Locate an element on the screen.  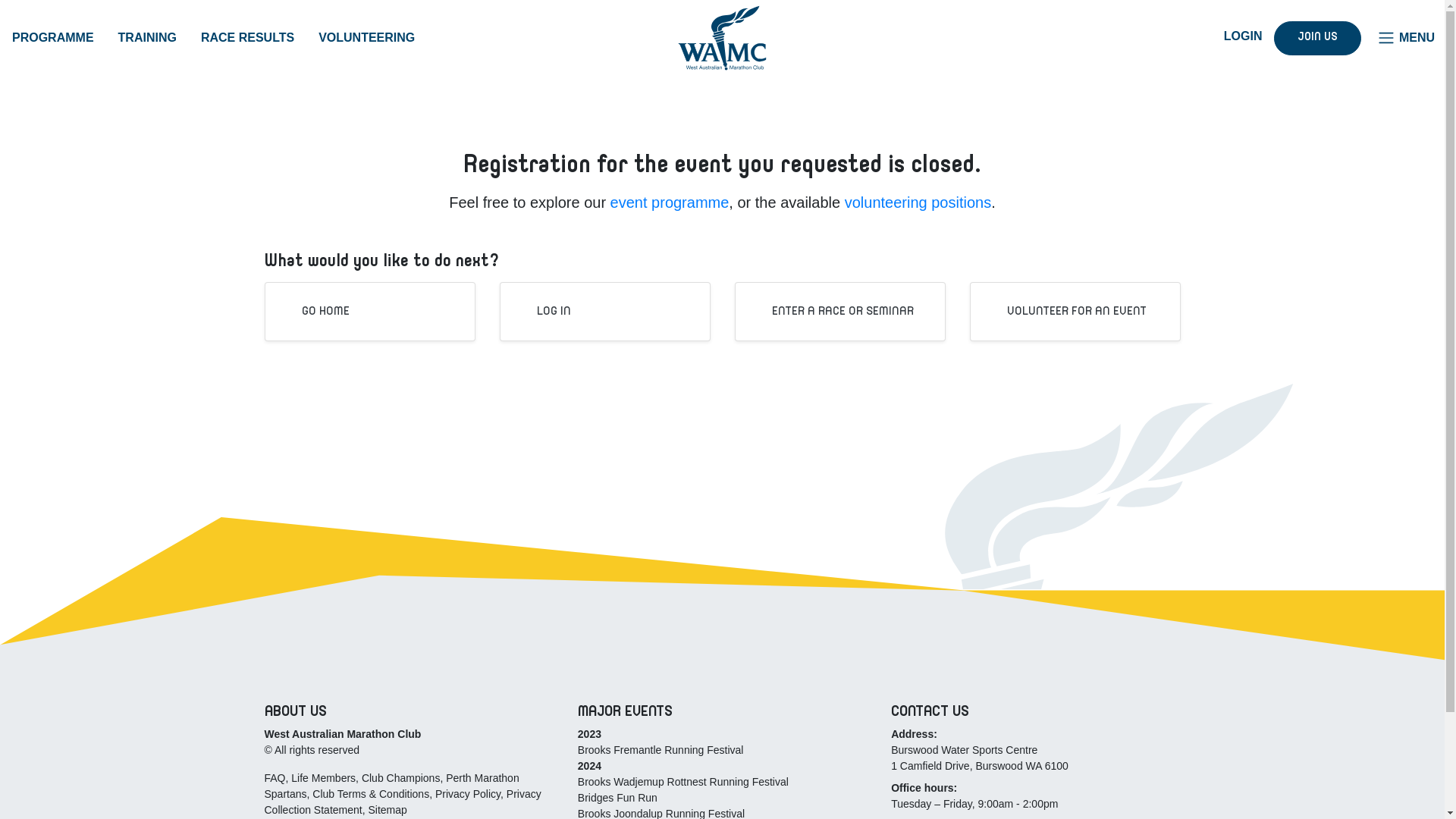
'MENU' is located at coordinates (1404, 37).